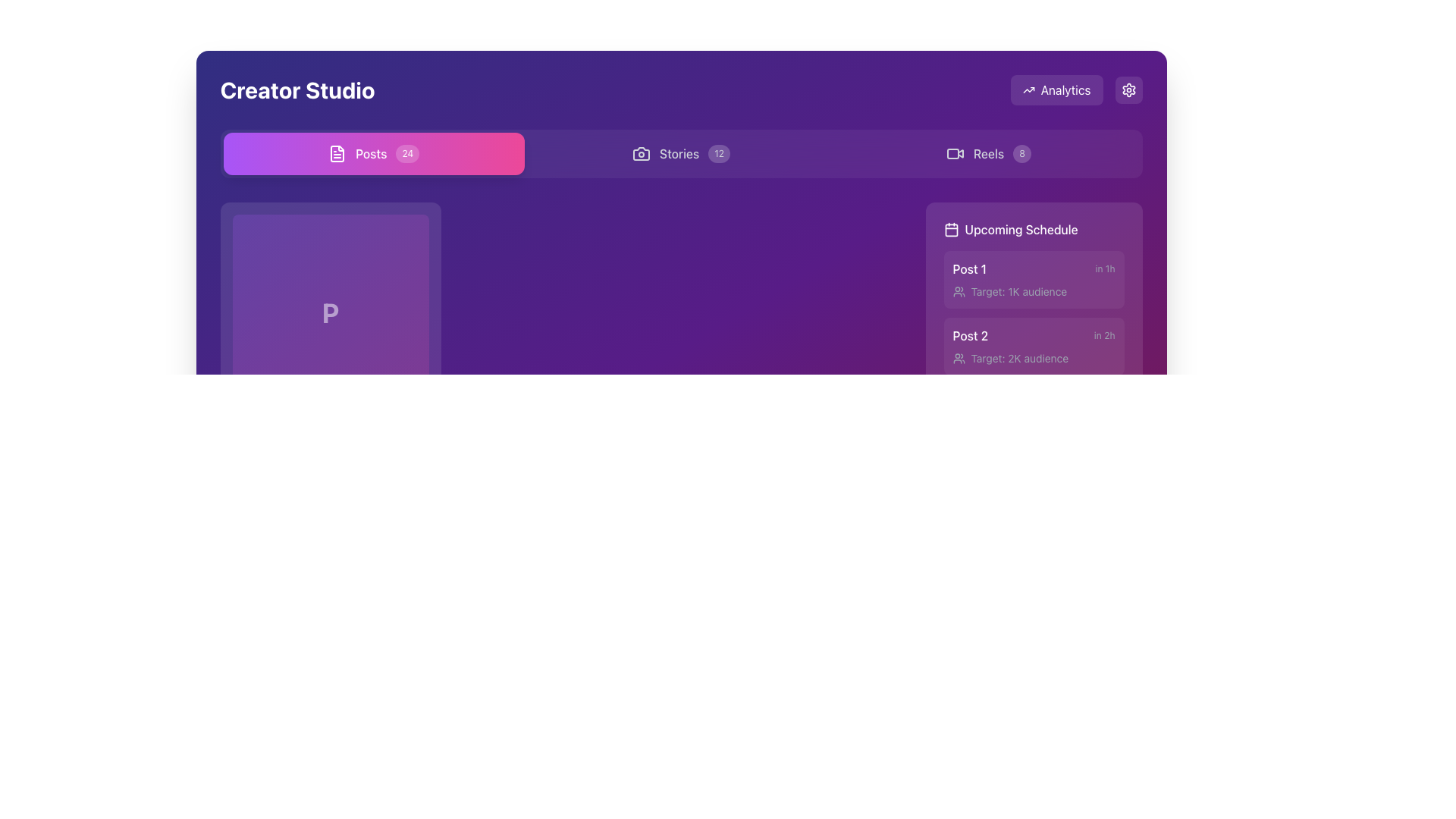  Describe the element at coordinates (641, 154) in the screenshot. I see `the camera-shaped vector graphic icon located within the 'Stories' button, which is distinguished by a red symbol and the number '12'` at that location.